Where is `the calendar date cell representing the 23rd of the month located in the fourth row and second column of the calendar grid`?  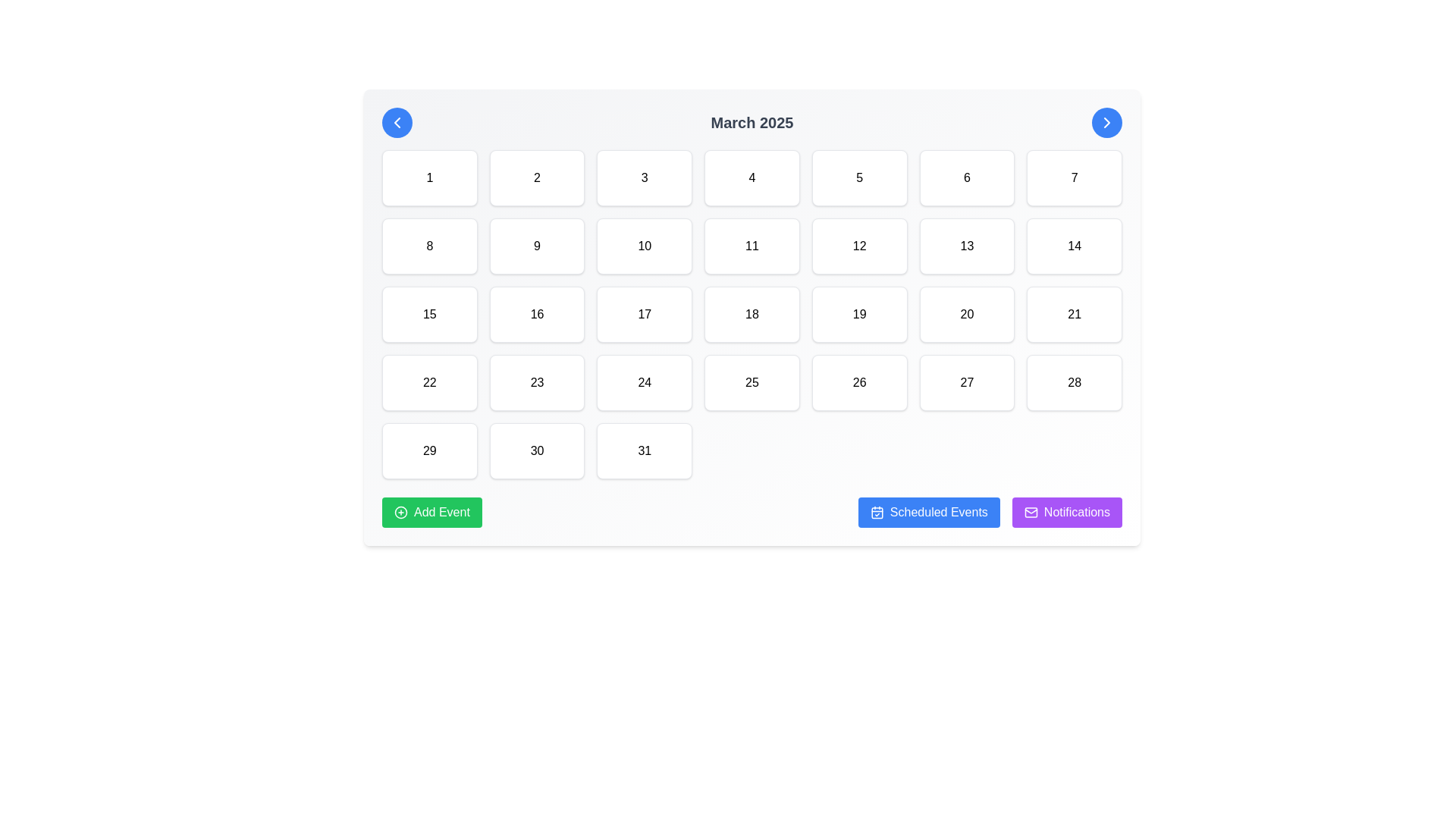 the calendar date cell representing the 23rd of the month located in the fourth row and second column of the calendar grid is located at coordinates (537, 382).